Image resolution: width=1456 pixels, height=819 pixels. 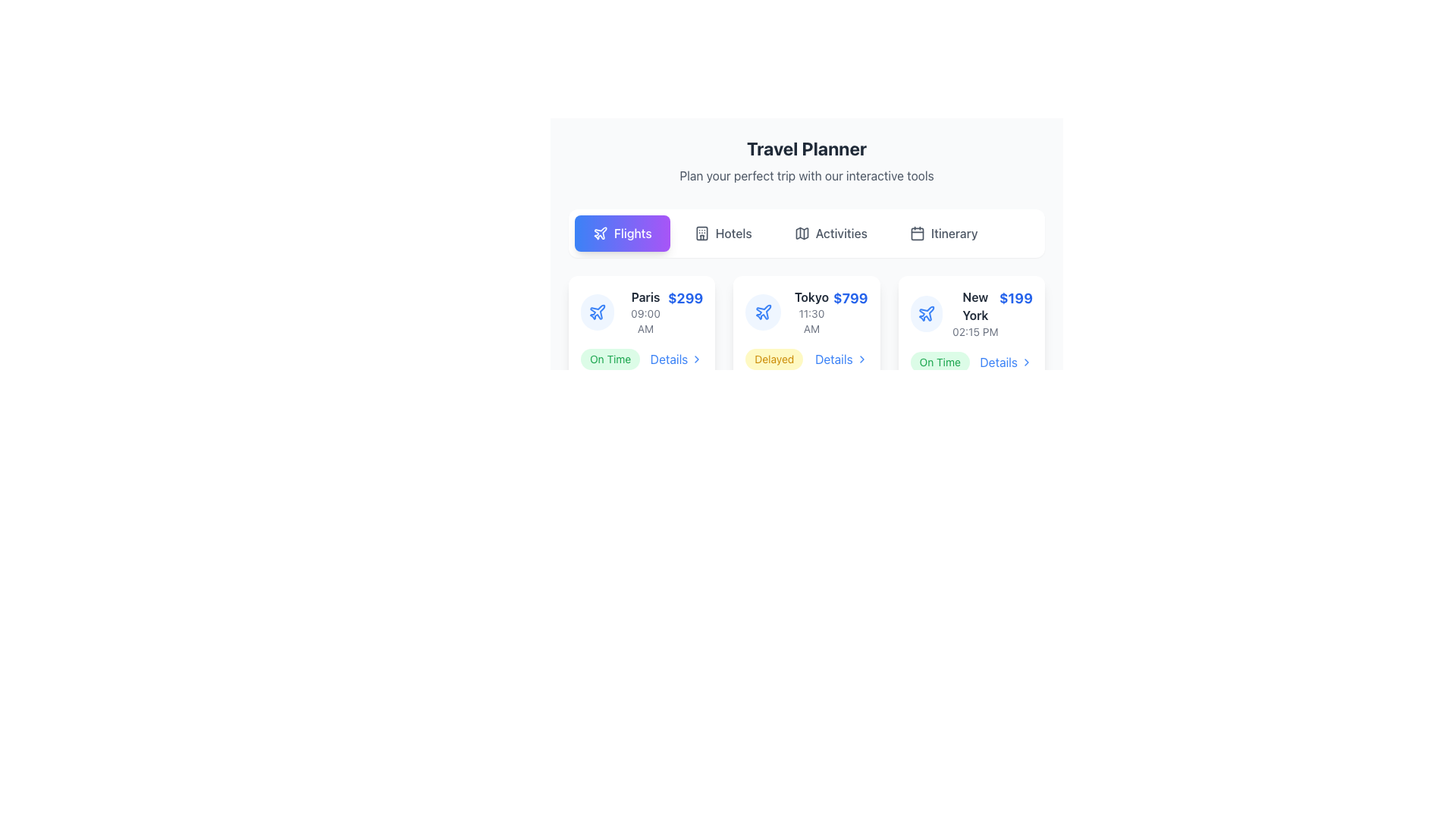 I want to click on the blue airplane icon located above the flight information text within its card, uniquely identified by its distinct side perspective and thin blue stroke, so click(x=596, y=311).